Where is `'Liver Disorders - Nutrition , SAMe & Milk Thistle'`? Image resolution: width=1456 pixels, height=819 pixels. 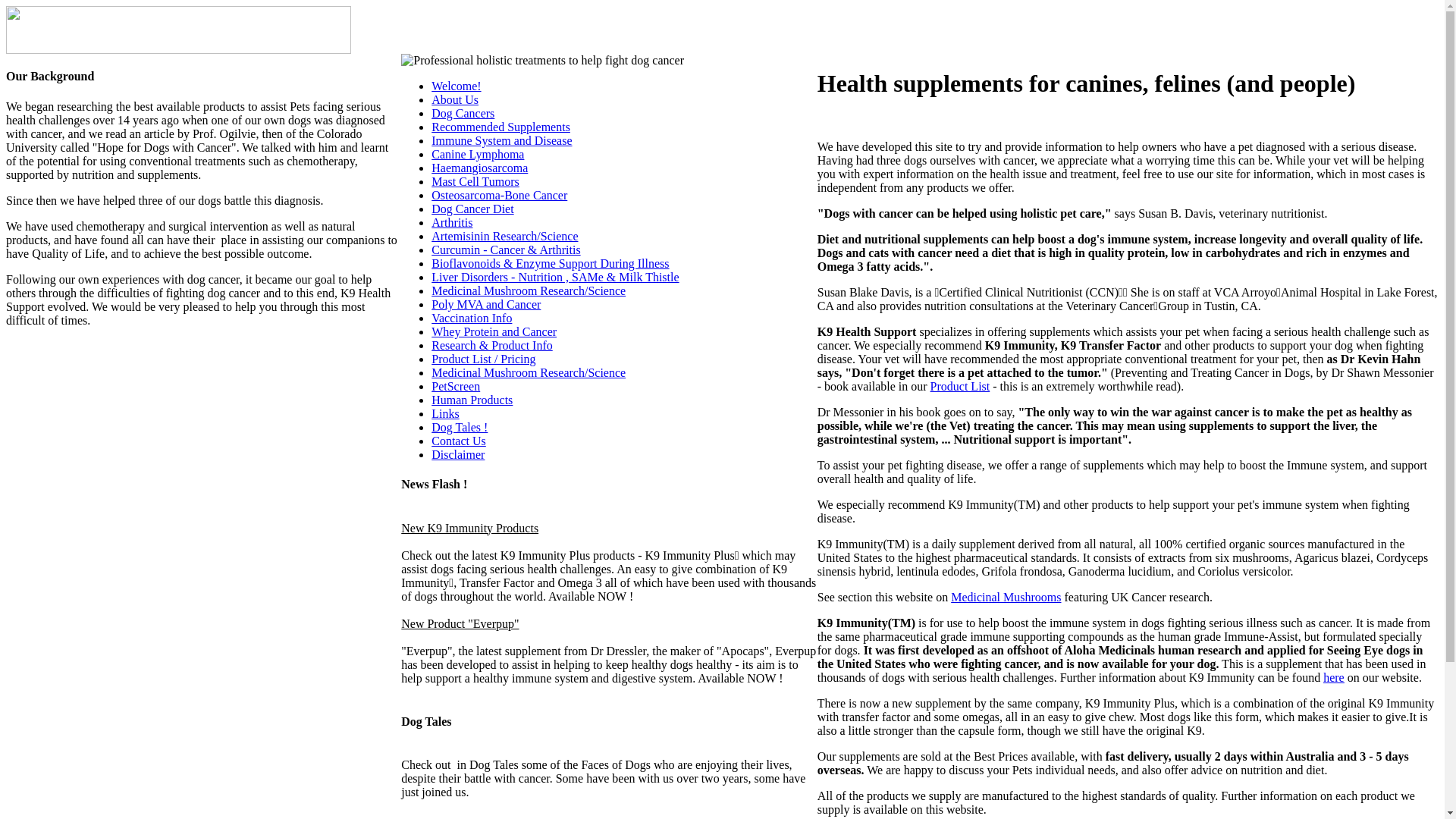
'Liver Disorders - Nutrition , SAMe & Milk Thistle' is located at coordinates (554, 277).